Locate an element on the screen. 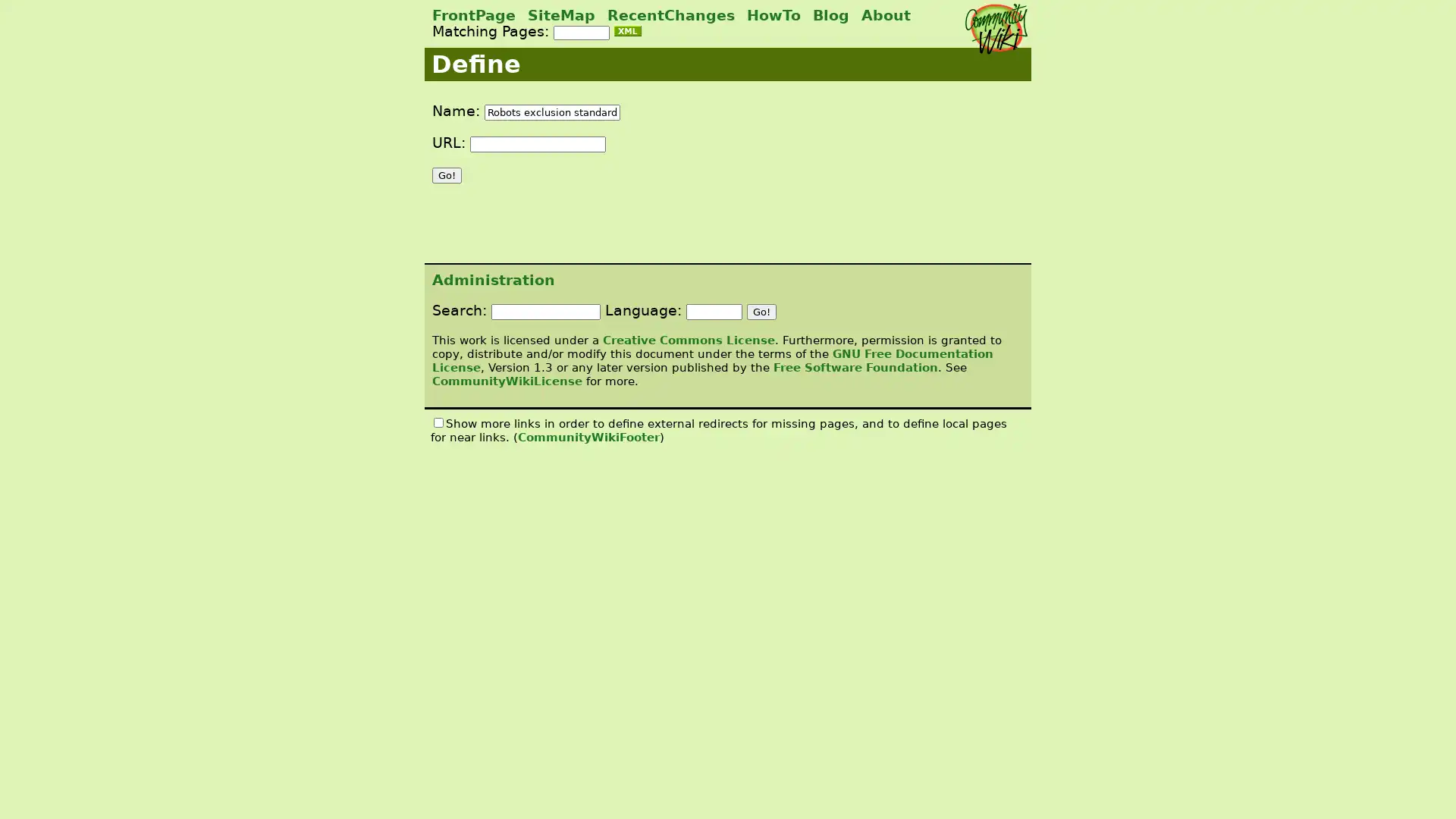  Go! is located at coordinates (446, 174).